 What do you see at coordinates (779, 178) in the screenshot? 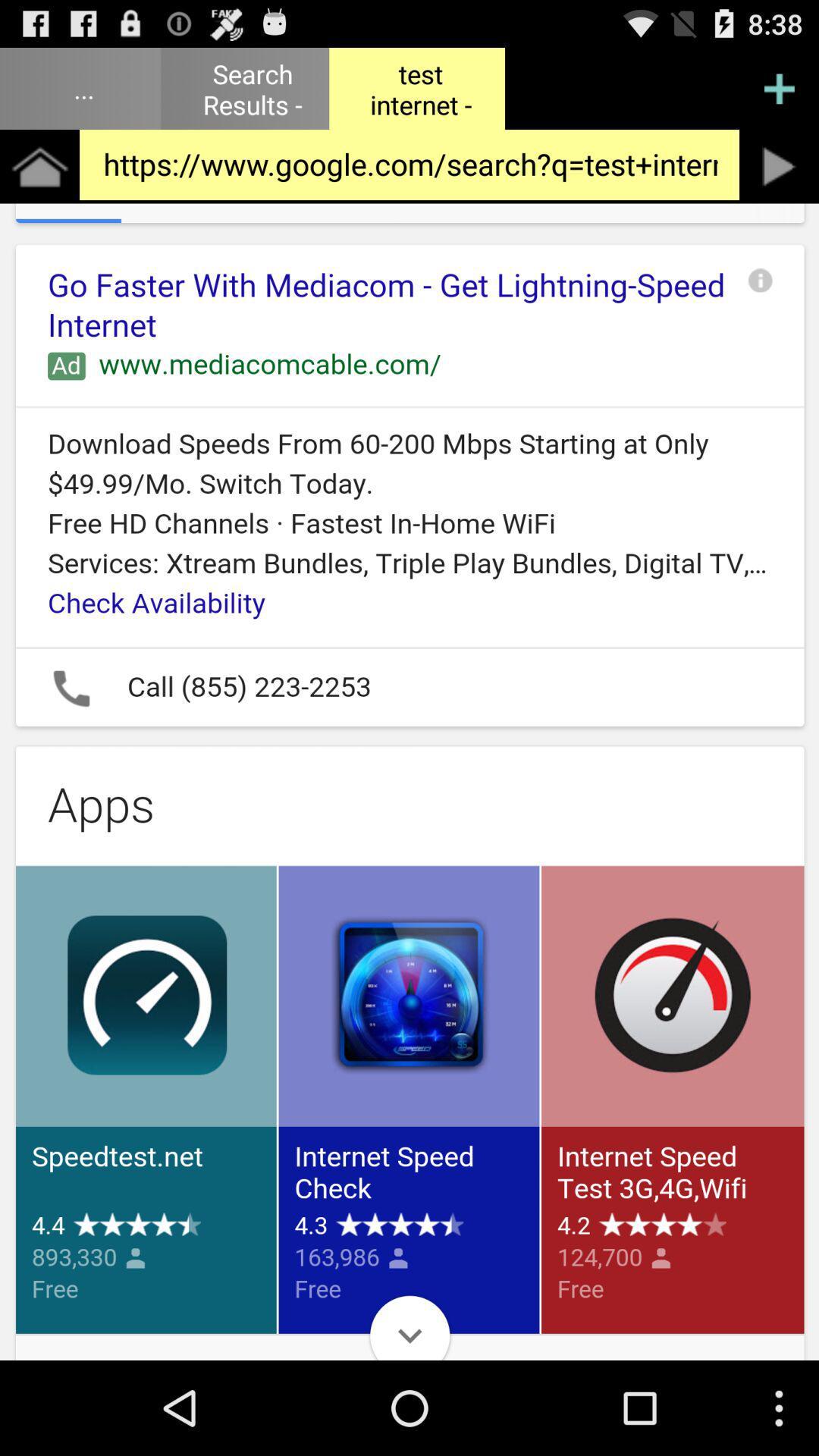
I see `the play icon` at bounding box center [779, 178].